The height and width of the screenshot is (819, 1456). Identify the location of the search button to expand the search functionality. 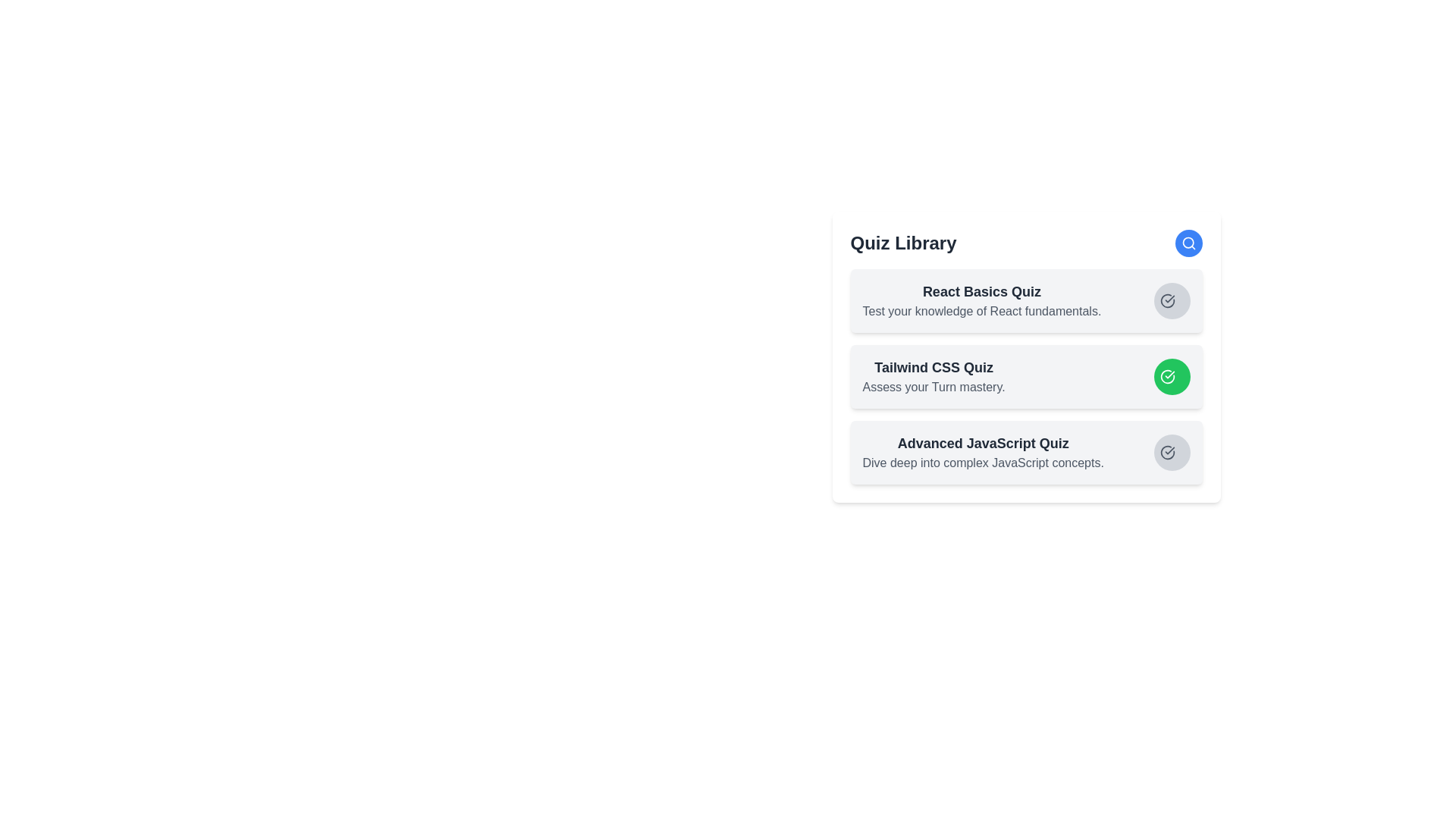
(1188, 242).